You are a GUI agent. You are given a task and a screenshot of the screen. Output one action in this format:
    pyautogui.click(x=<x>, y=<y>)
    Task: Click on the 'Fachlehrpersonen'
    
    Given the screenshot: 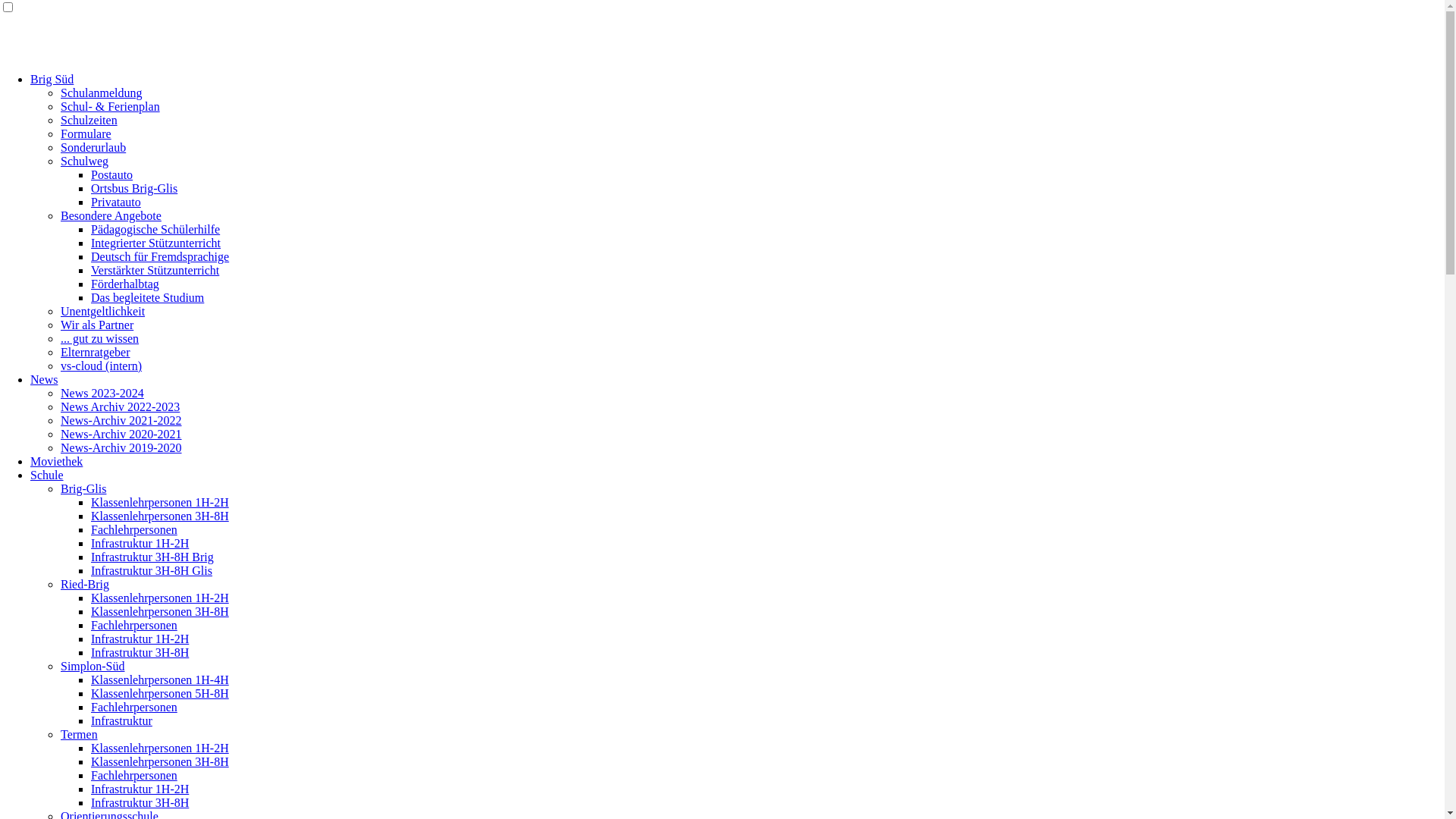 What is the action you would take?
    pyautogui.click(x=90, y=775)
    